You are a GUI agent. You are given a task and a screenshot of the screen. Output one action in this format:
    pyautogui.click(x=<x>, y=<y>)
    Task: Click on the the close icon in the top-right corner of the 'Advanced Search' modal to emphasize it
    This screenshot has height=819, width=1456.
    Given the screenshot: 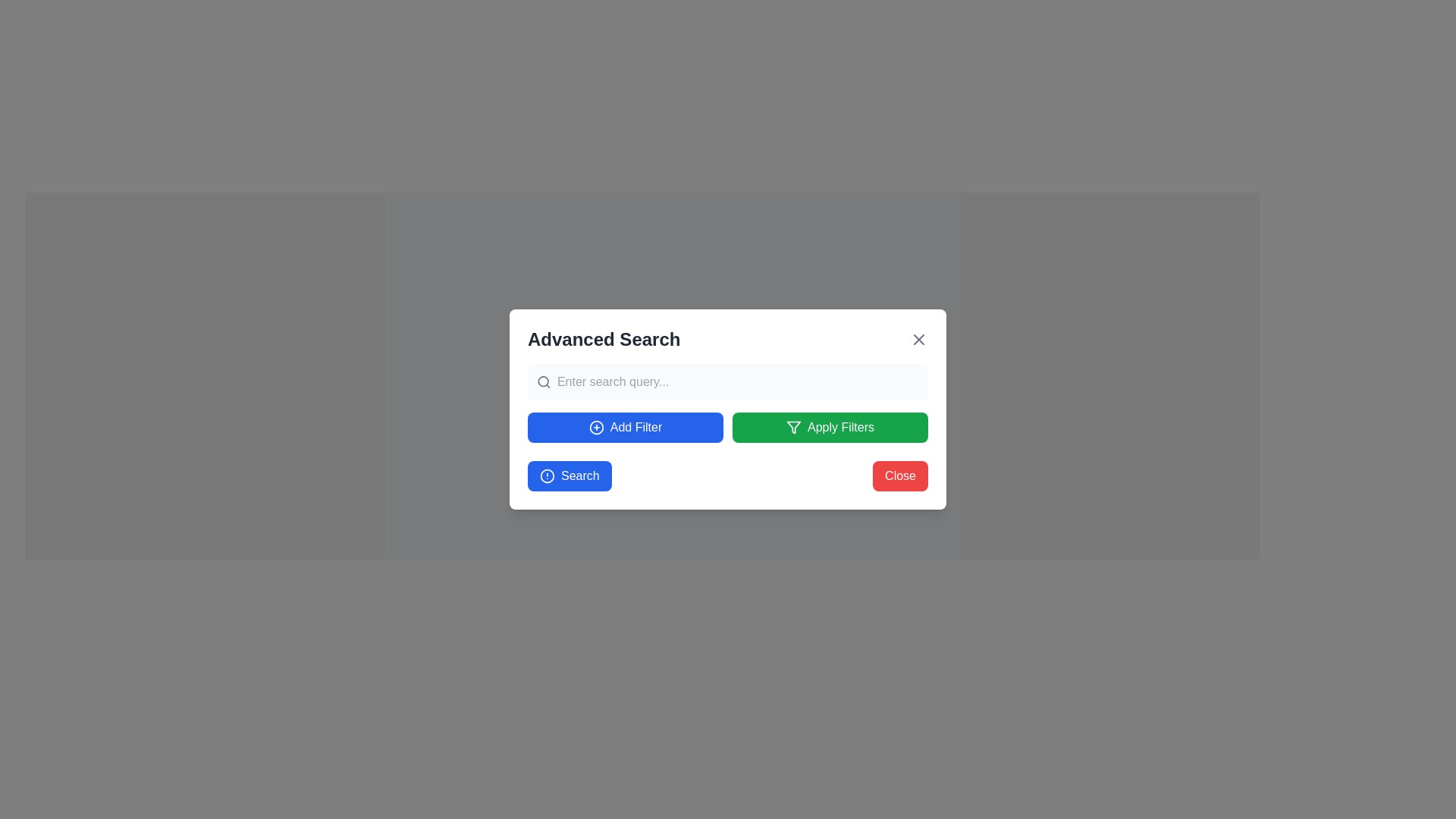 What is the action you would take?
    pyautogui.click(x=918, y=338)
    